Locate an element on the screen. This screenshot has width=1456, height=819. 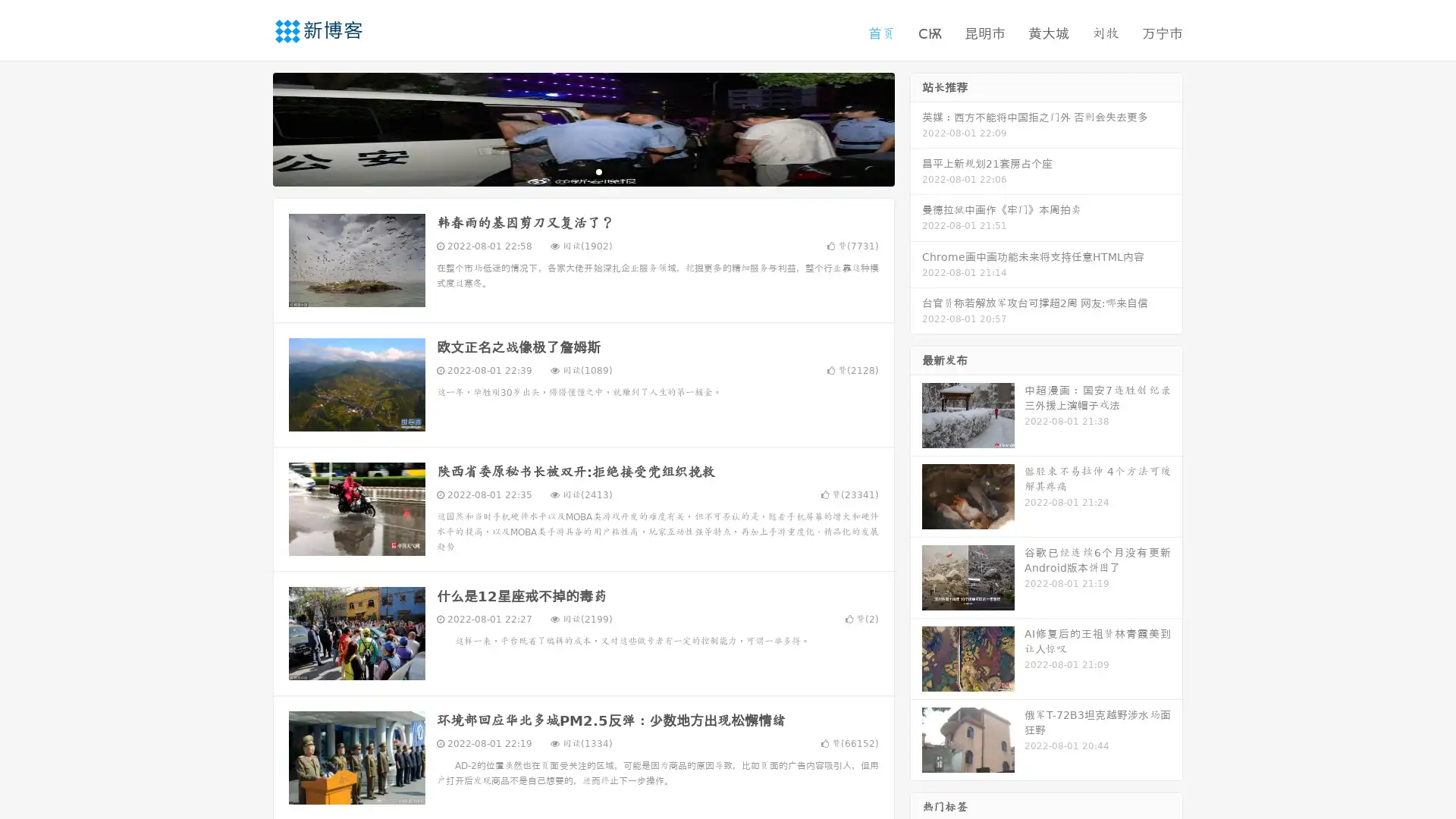
Go to slide 3 is located at coordinates (598, 171).